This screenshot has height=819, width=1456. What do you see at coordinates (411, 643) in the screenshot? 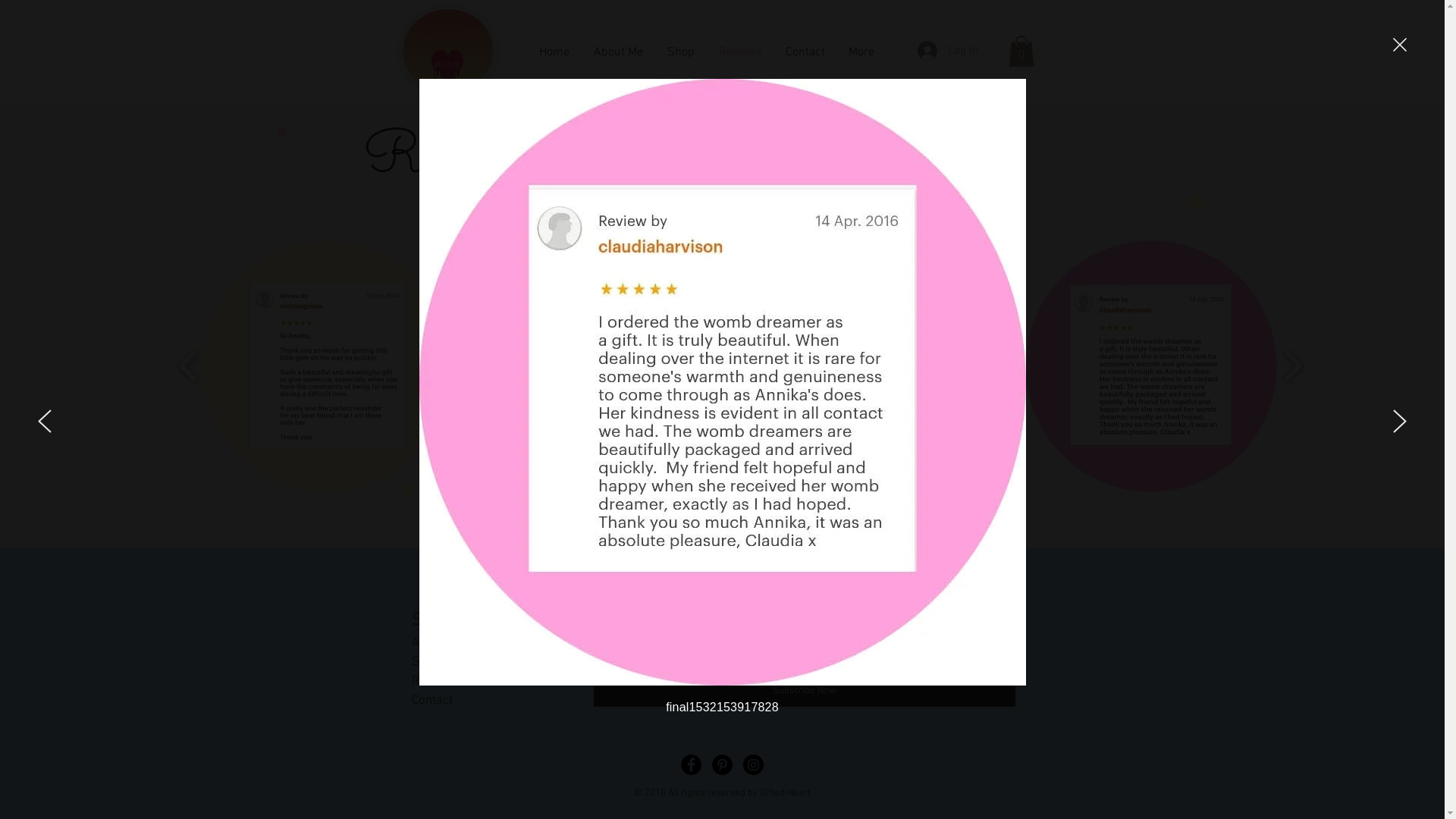
I see `'About Me'` at bounding box center [411, 643].